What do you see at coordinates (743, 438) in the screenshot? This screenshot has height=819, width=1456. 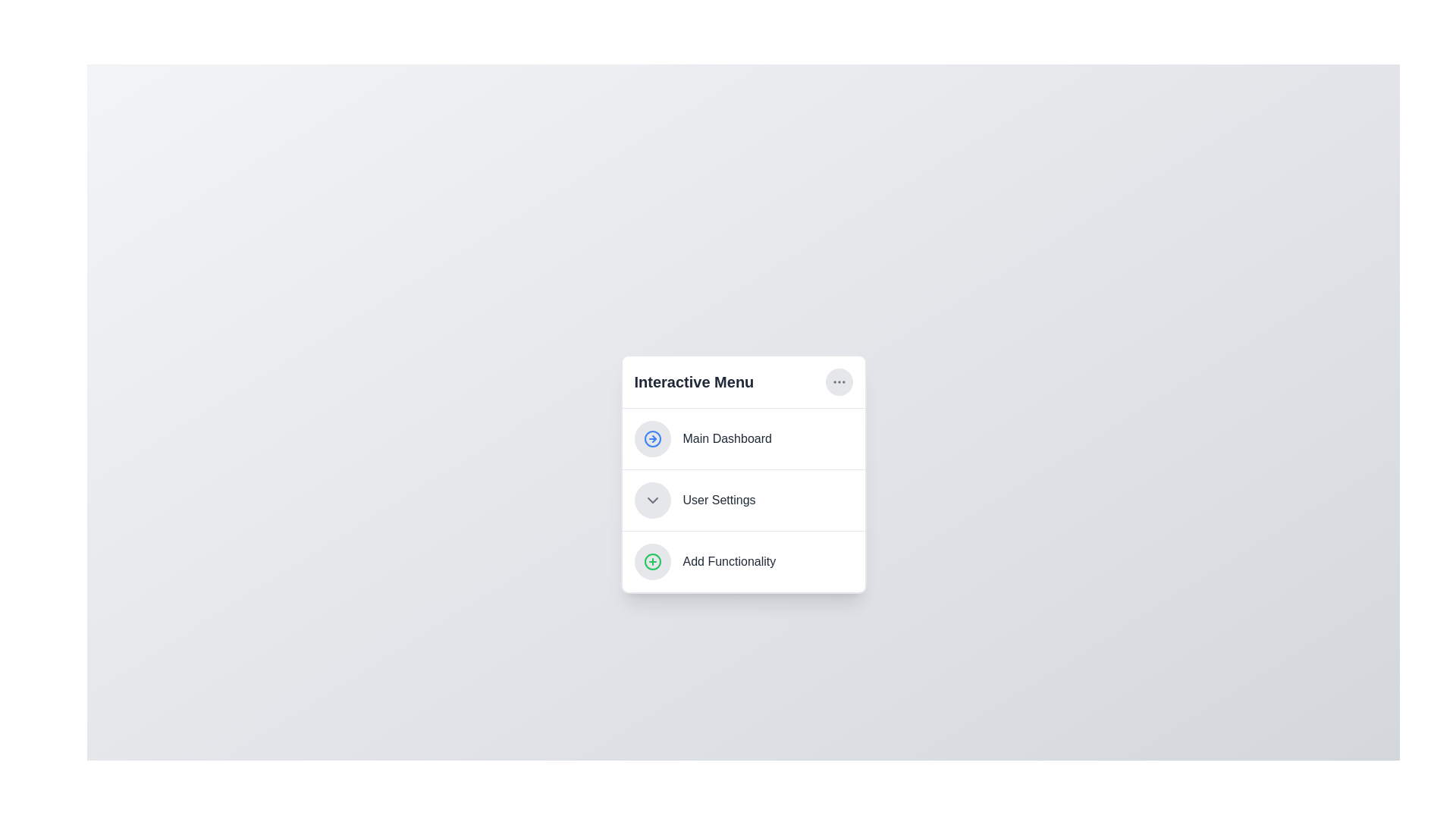 I see `the menu item Main Dashboard to navigate` at bounding box center [743, 438].